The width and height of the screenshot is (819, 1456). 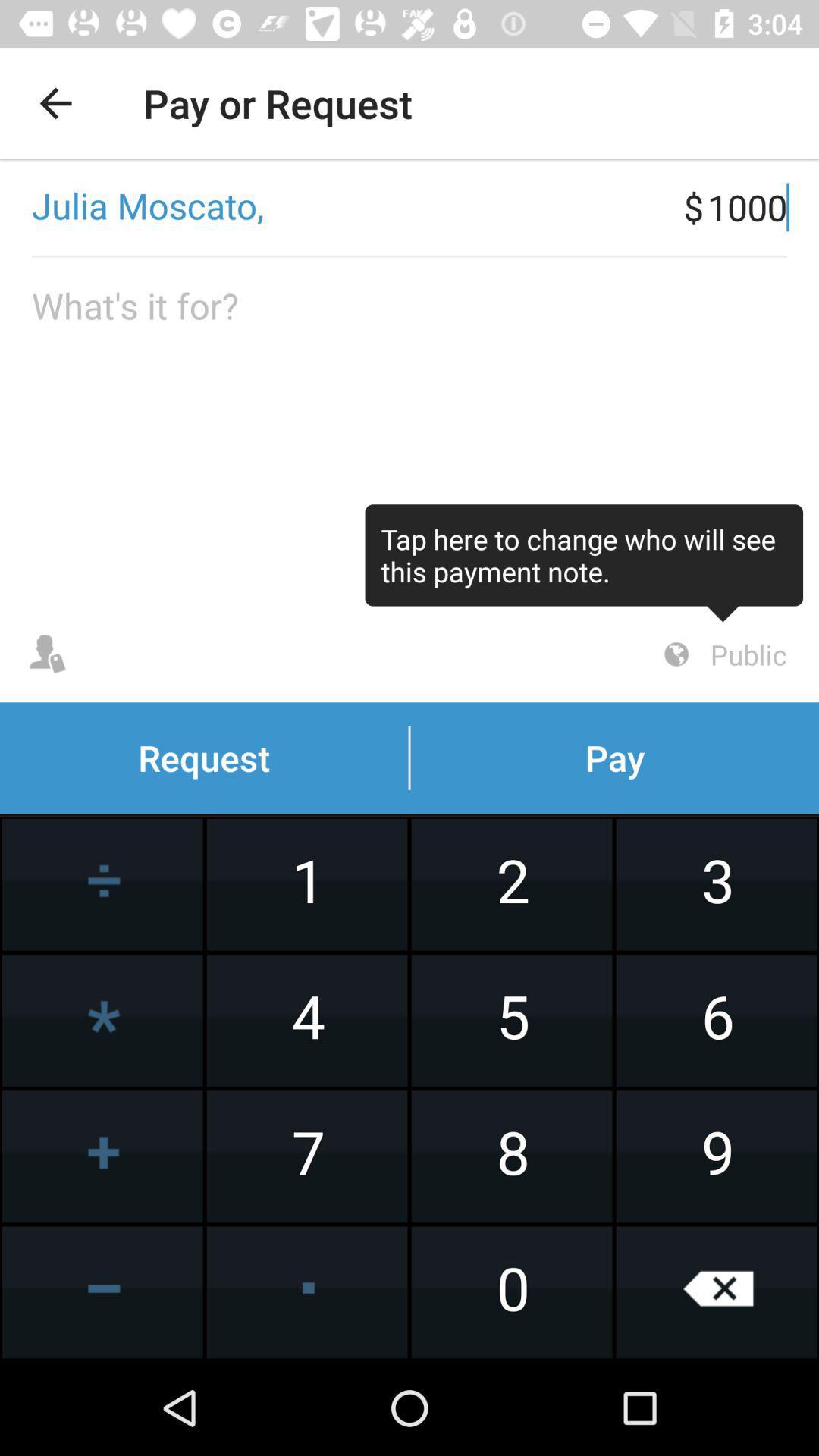 I want to click on item to the left of the pay or request, so click(x=55, y=102).